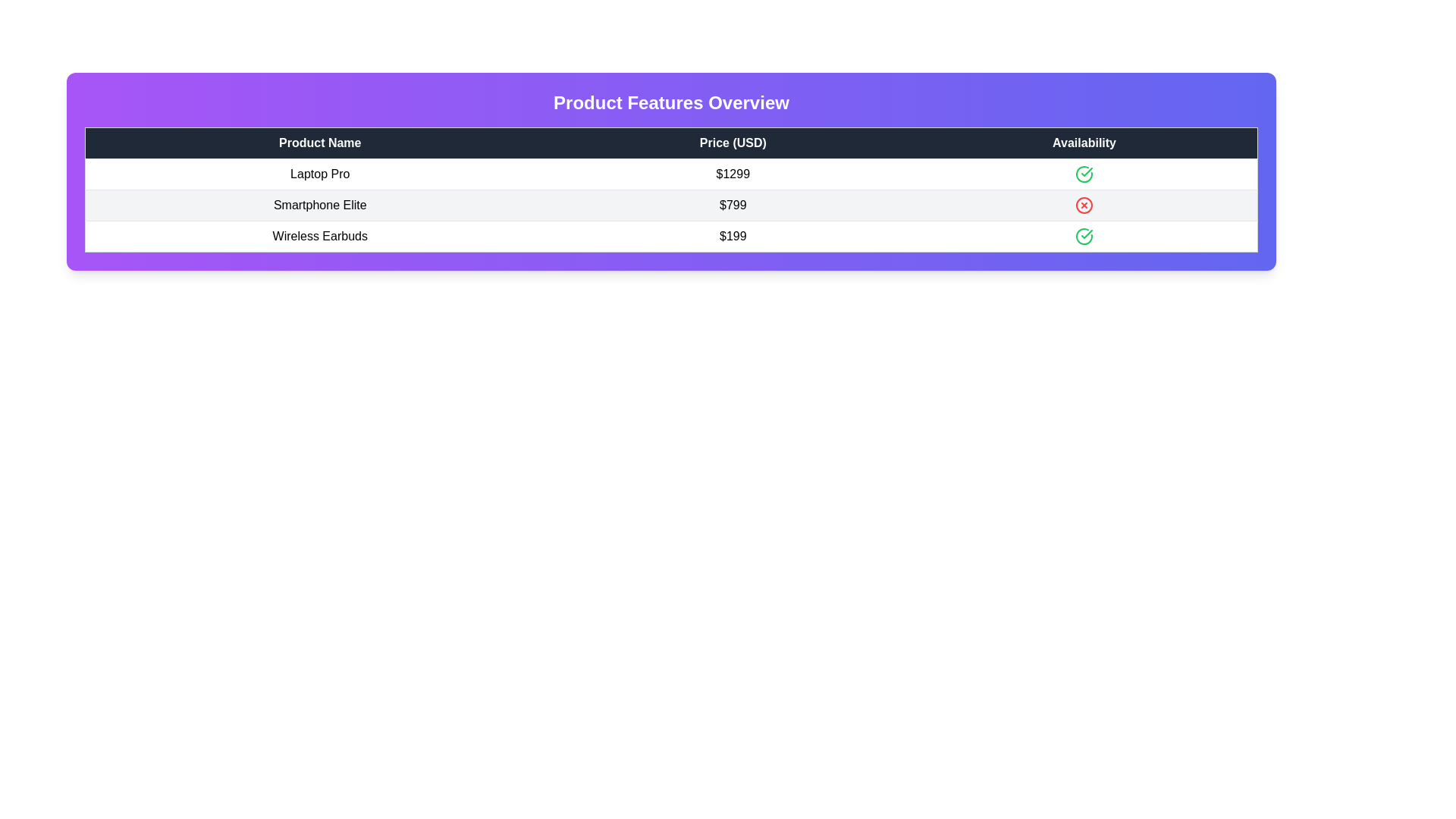 The height and width of the screenshot is (819, 1456). Describe the element at coordinates (1084, 237) in the screenshot. I see `the availability indicator icon for 'Wireless Earbuds', which is represented by a green checkmark located in the last right column of the third row of the product table` at that location.